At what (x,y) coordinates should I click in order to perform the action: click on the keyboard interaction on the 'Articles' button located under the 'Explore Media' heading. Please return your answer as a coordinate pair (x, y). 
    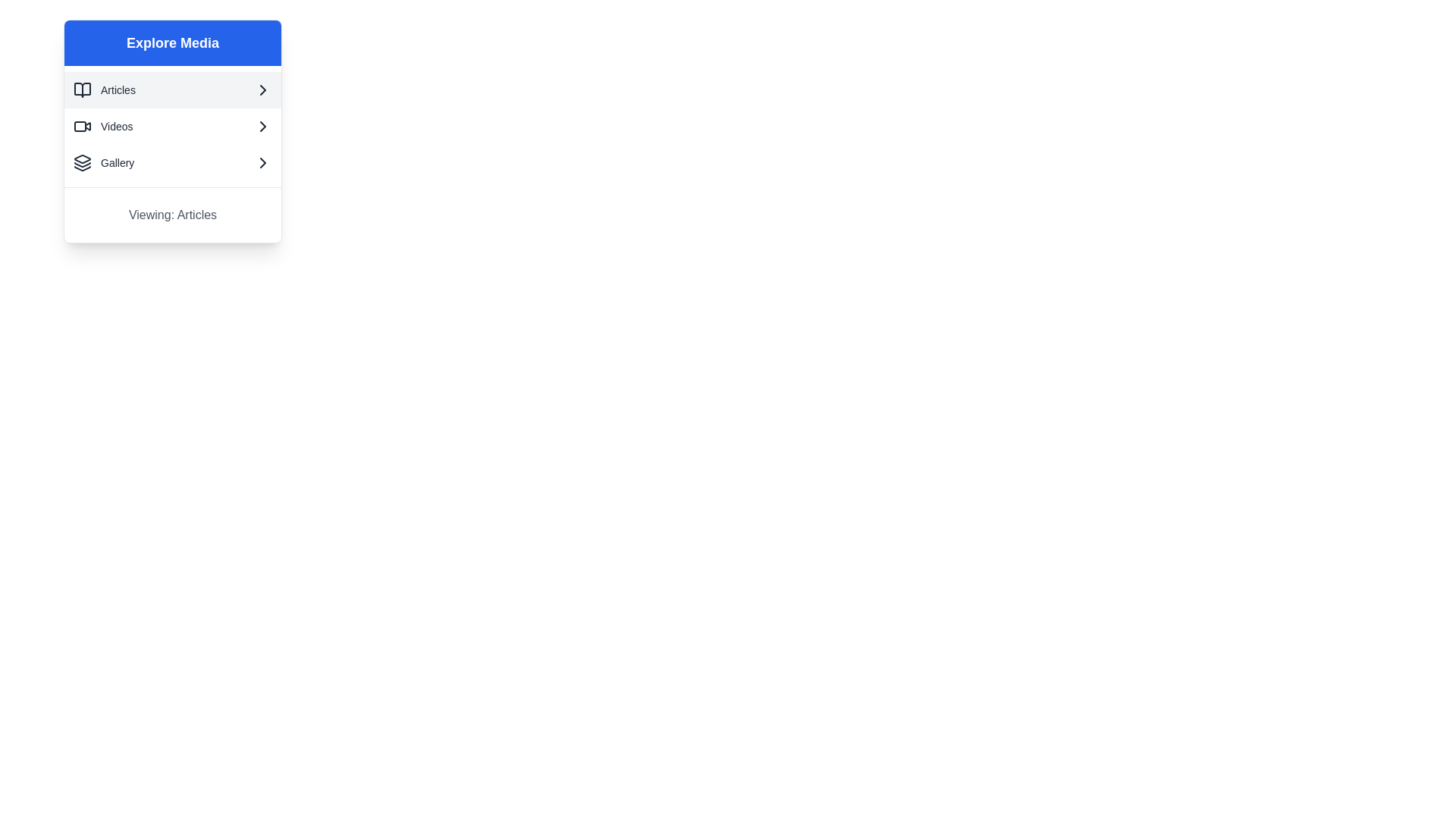
    Looking at the image, I should click on (172, 90).